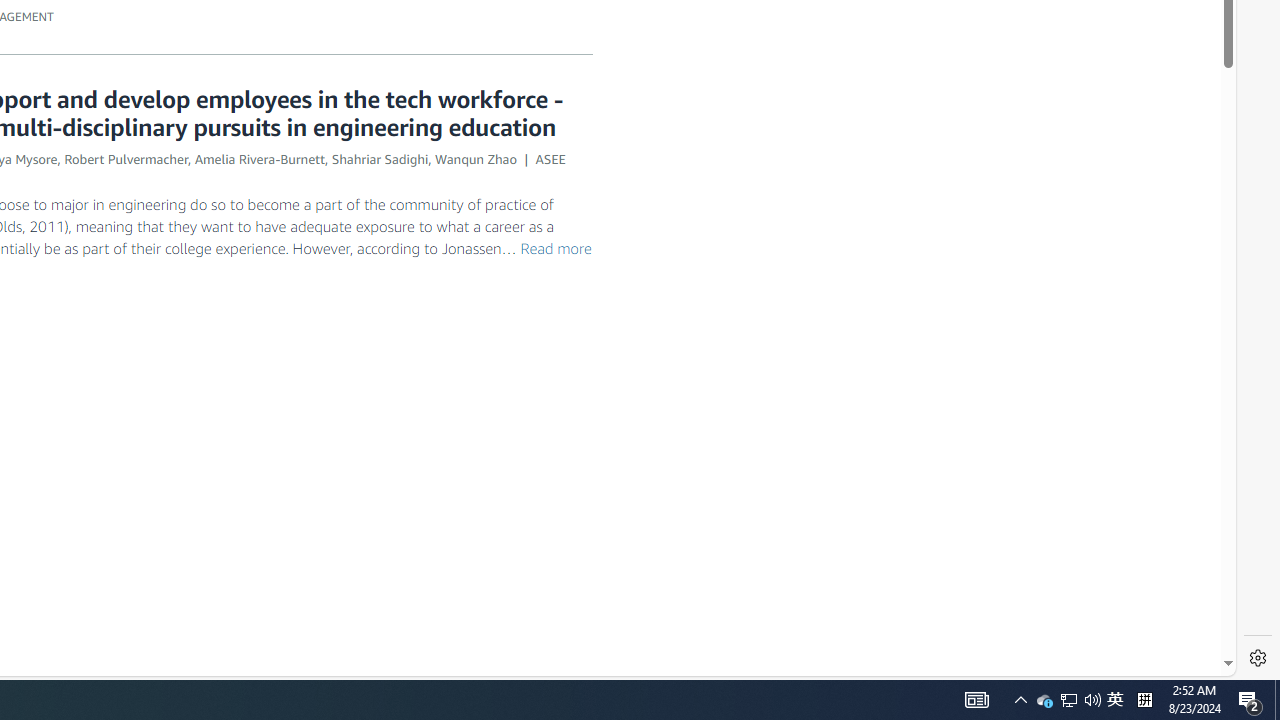 This screenshot has height=720, width=1280. Describe the element at coordinates (555, 246) in the screenshot. I see `'Read more'` at that location.